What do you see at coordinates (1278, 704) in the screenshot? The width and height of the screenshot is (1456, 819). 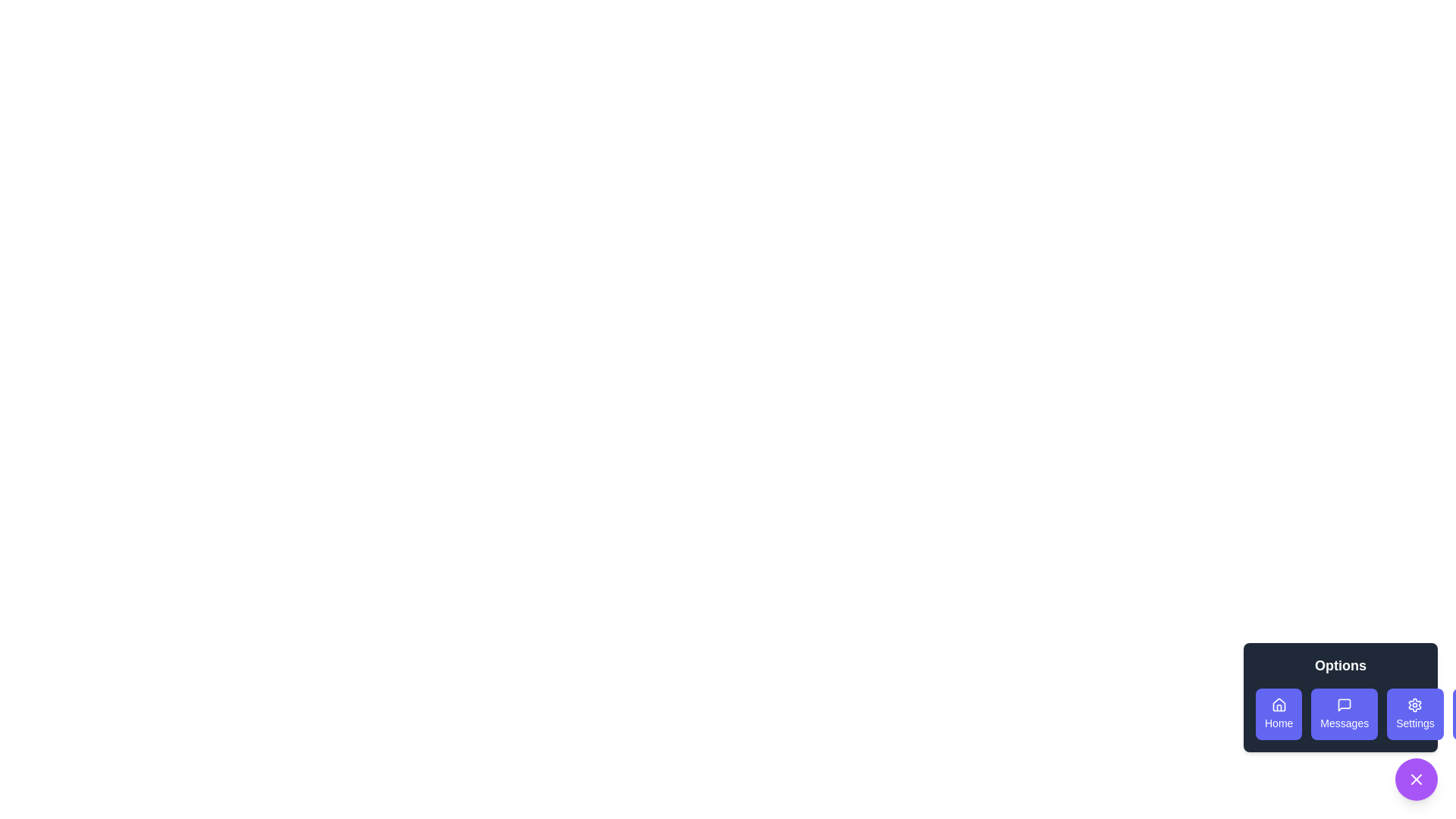 I see `the home icon, which is a simplified geometric outline of a house` at bounding box center [1278, 704].